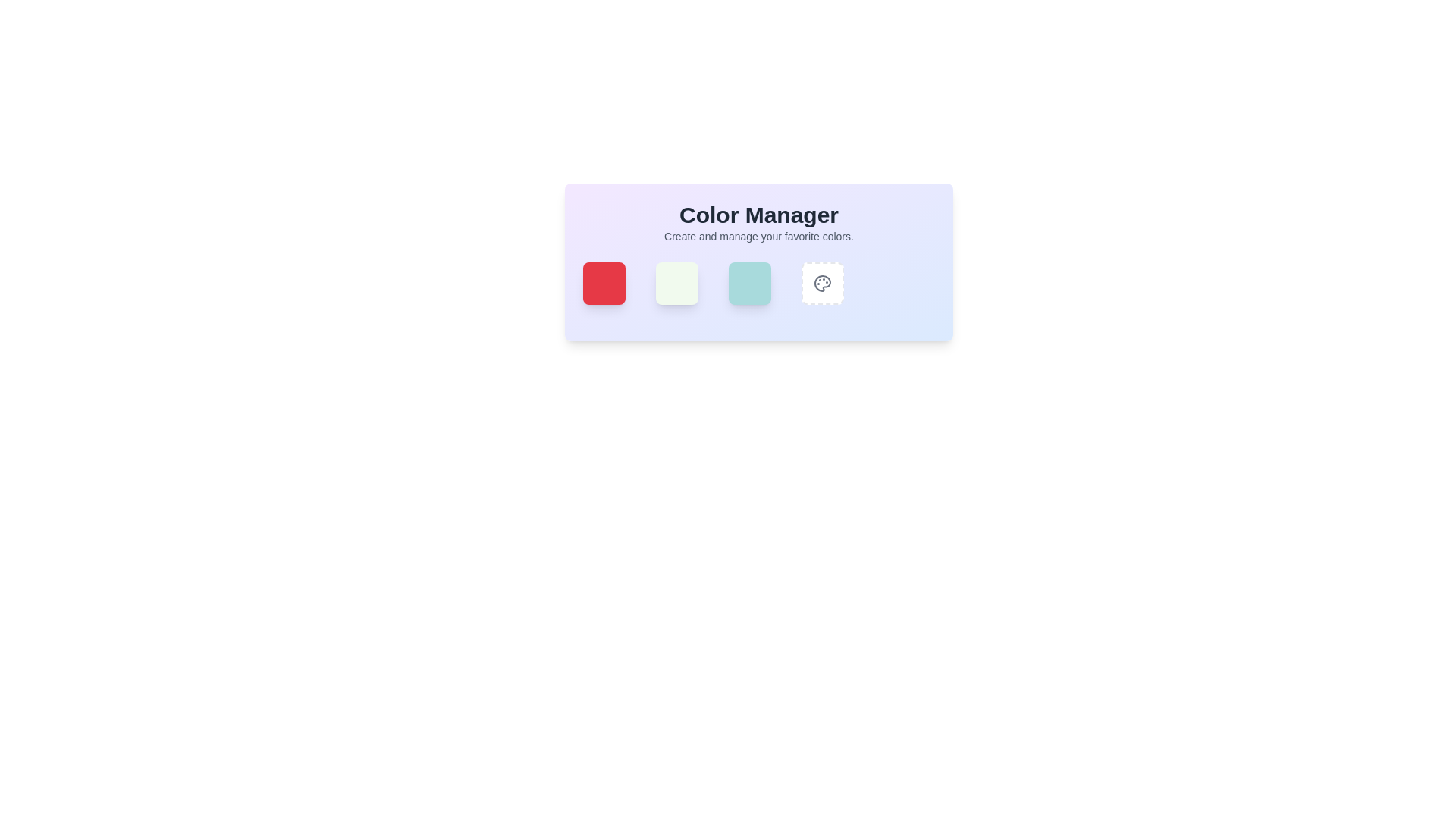  Describe the element at coordinates (759, 284) in the screenshot. I see `the third selectable color button in the Color Manager` at that location.